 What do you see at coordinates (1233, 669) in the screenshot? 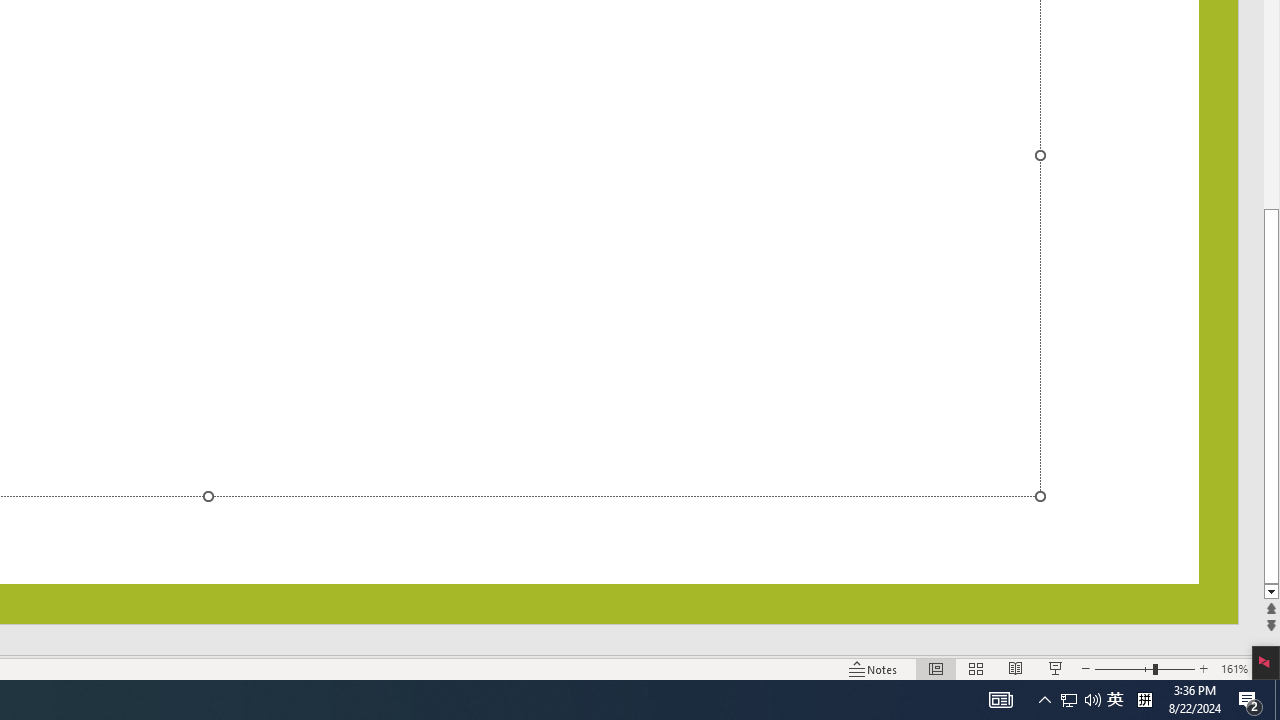
I see `'Zoom 161%'` at bounding box center [1233, 669].